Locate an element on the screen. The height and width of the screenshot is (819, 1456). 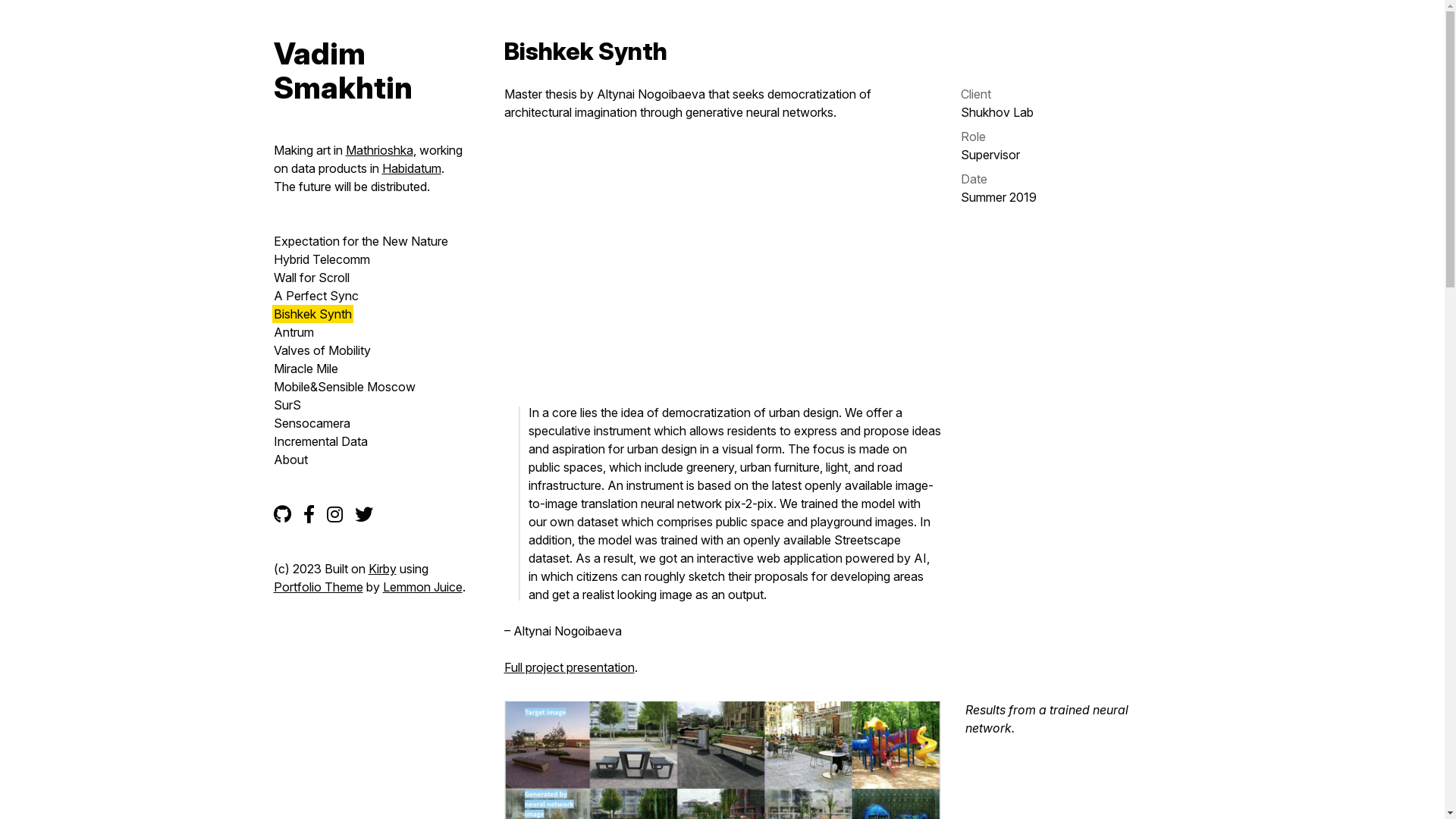
'Mathrioshka' is located at coordinates (379, 149).